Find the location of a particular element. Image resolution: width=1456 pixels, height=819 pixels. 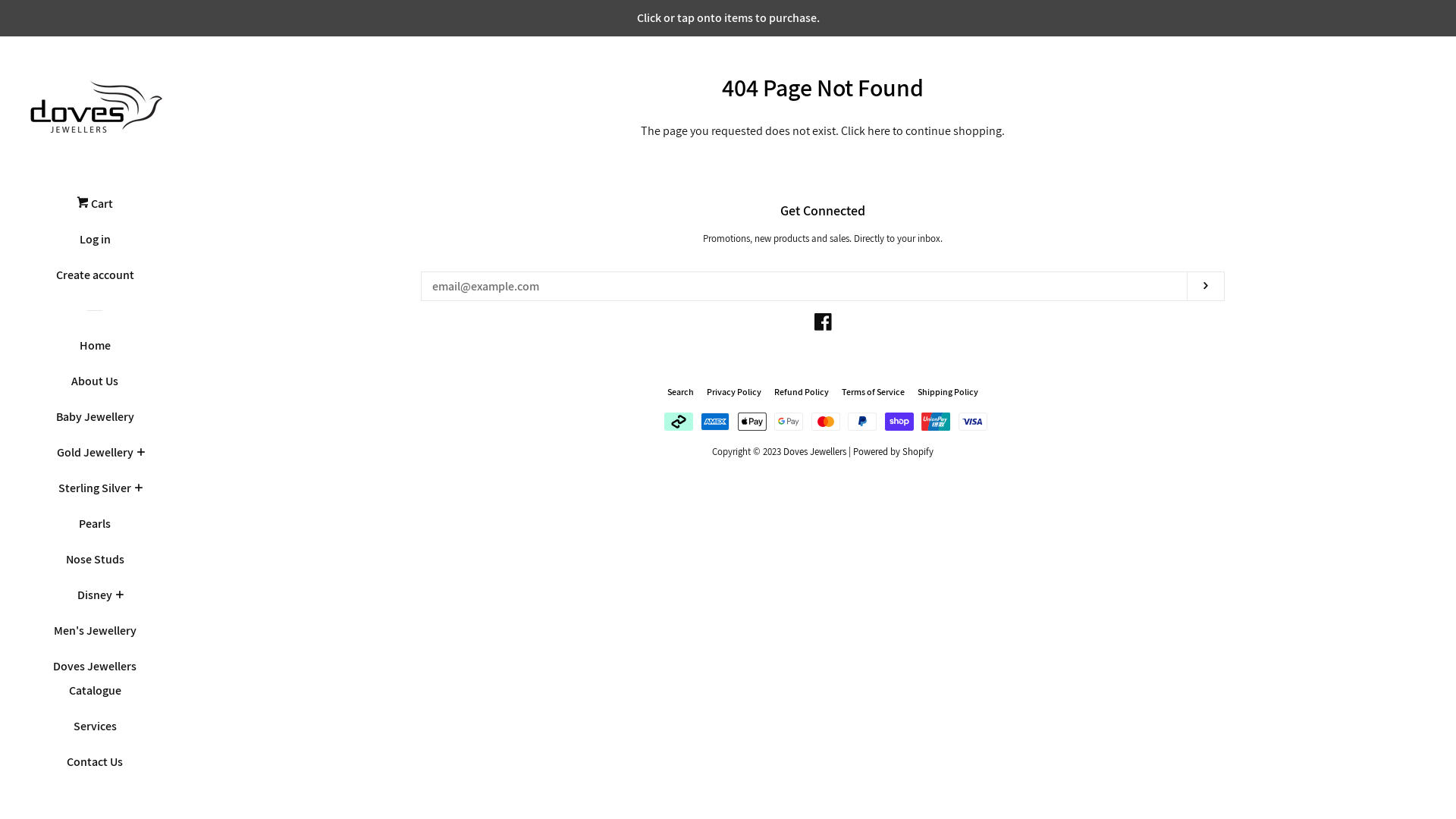

'Contact Us' is located at coordinates (93, 767).